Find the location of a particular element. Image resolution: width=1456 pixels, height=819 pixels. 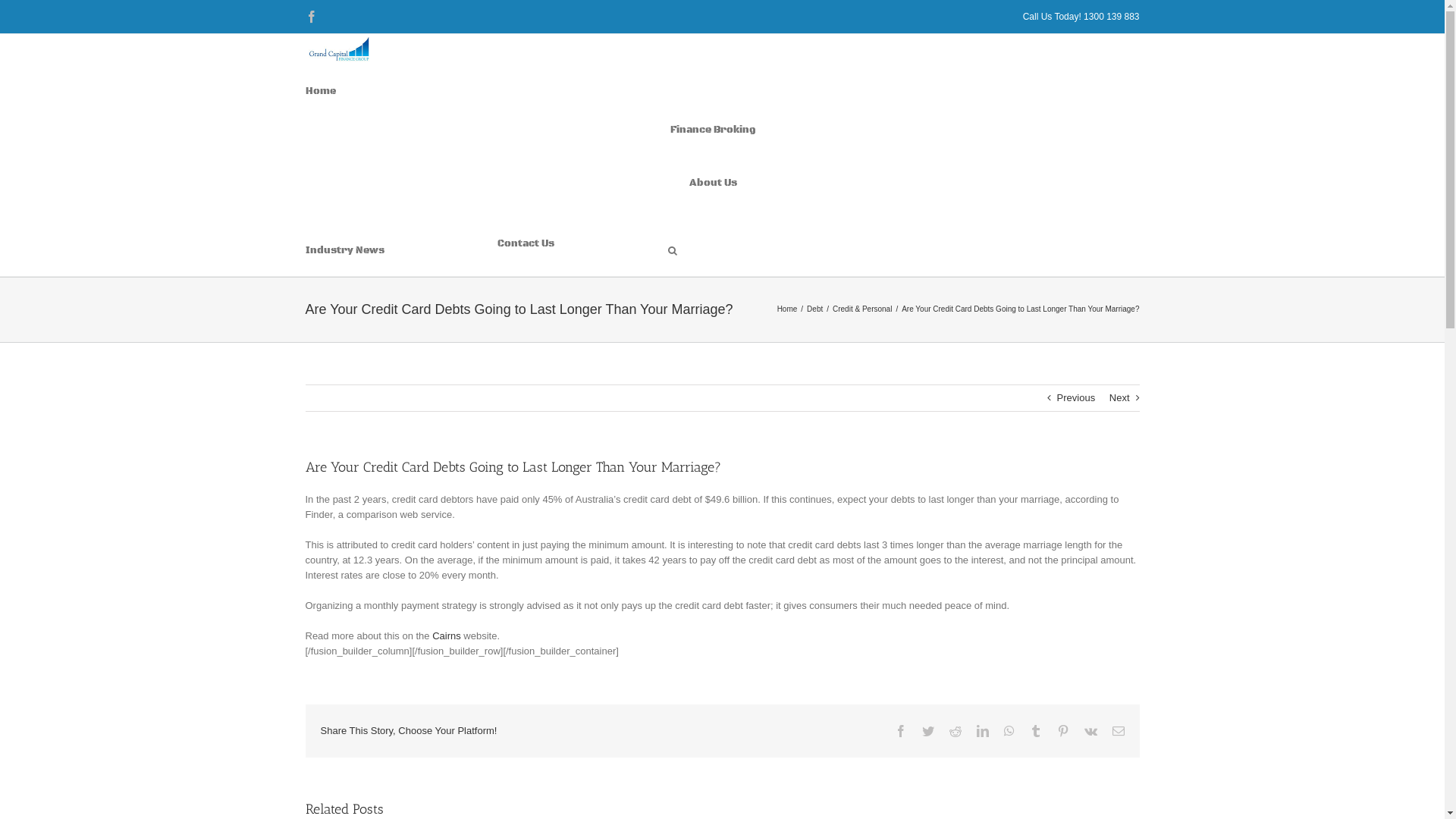

'Previous' is located at coordinates (1075, 397).